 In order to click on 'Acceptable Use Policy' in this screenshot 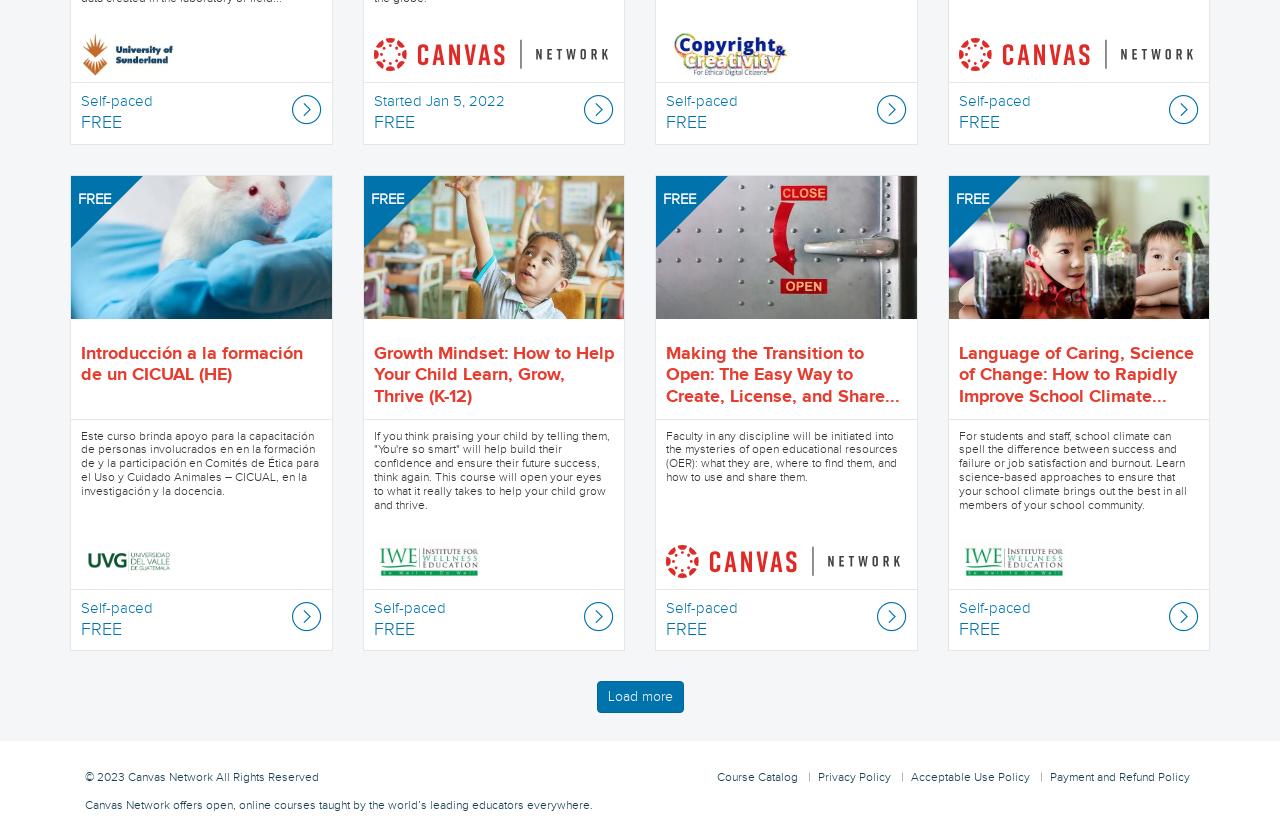, I will do `click(970, 775)`.